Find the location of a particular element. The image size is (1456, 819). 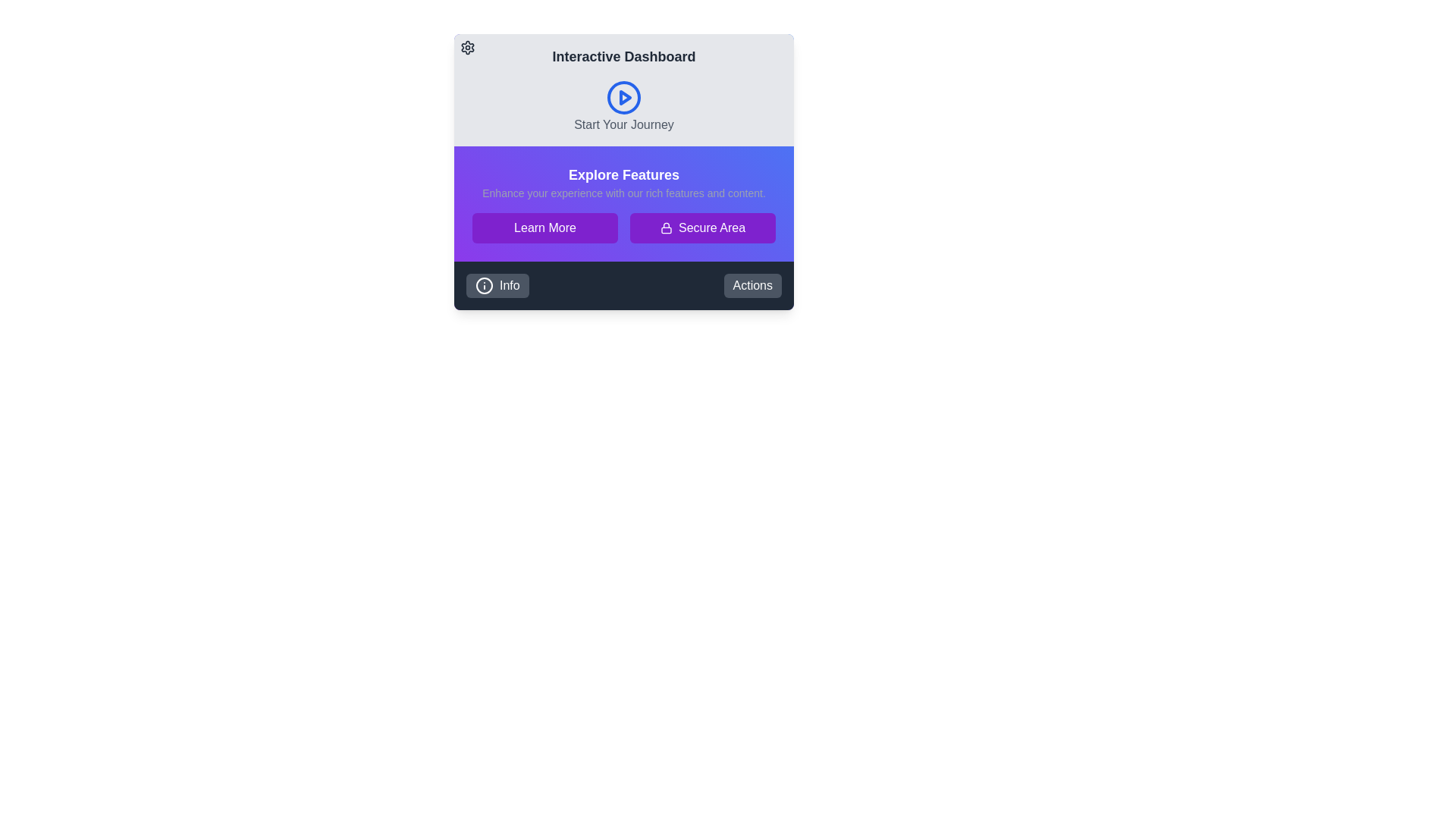

text content from the Informational Section at the top of the card-like interface, which includes the title 'Interactive Dashboard' and the subtitle 'Start Your Journey' is located at coordinates (623, 90).